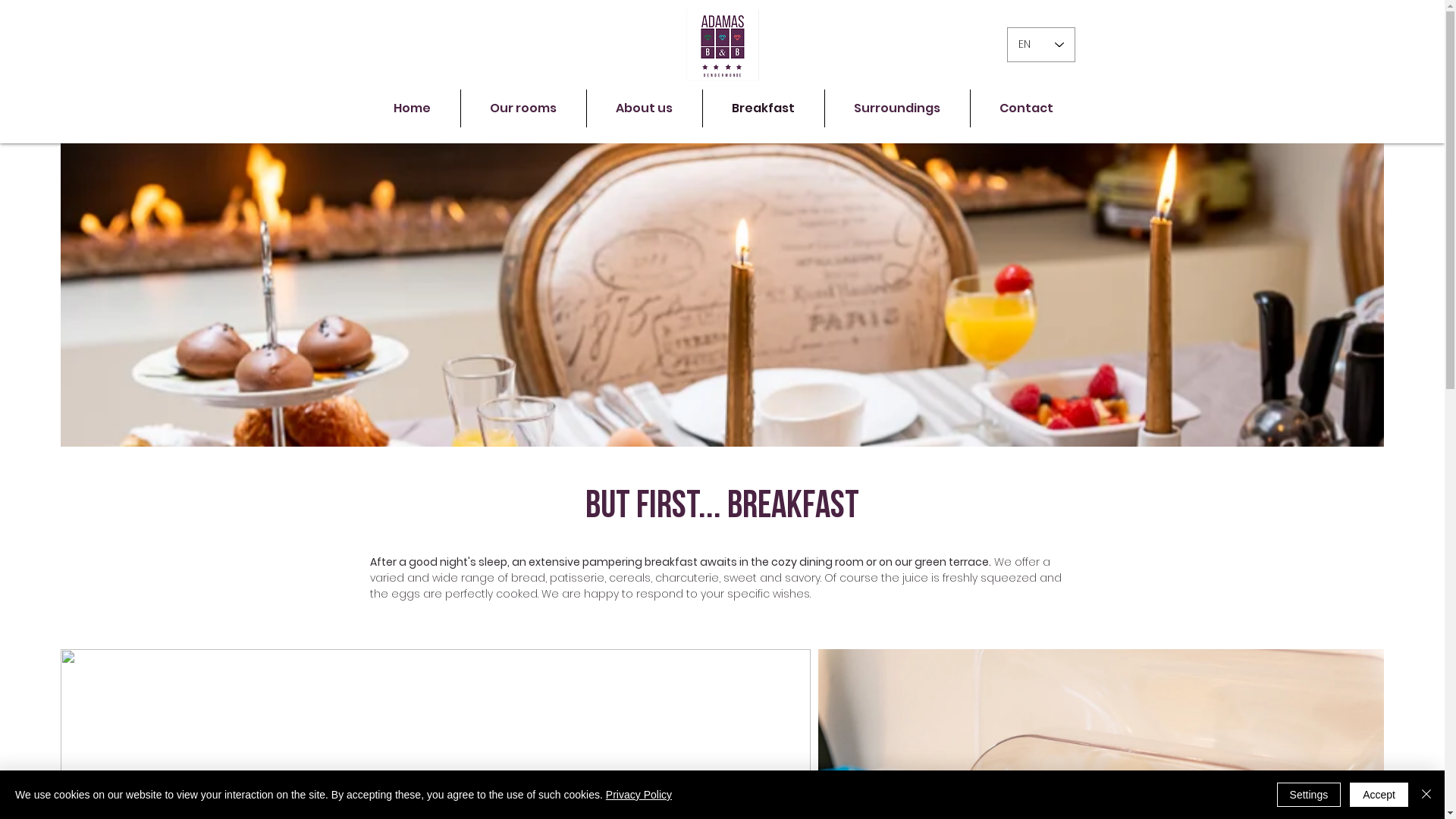 This screenshot has height=819, width=1456. What do you see at coordinates (1026, 107) in the screenshot?
I see `'Contact'` at bounding box center [1026, 107].